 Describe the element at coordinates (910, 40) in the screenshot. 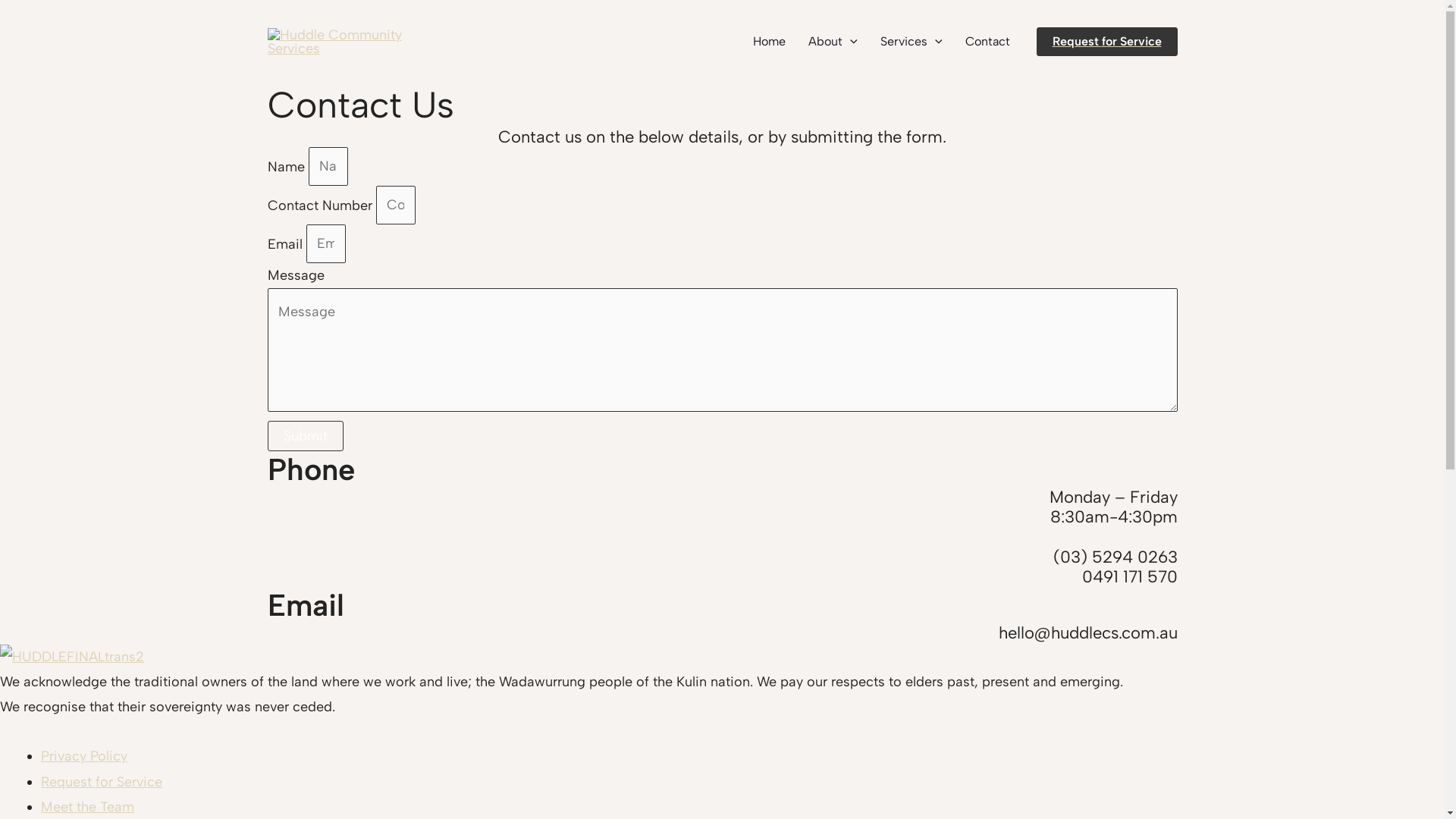

I see `'Services'` at that location.